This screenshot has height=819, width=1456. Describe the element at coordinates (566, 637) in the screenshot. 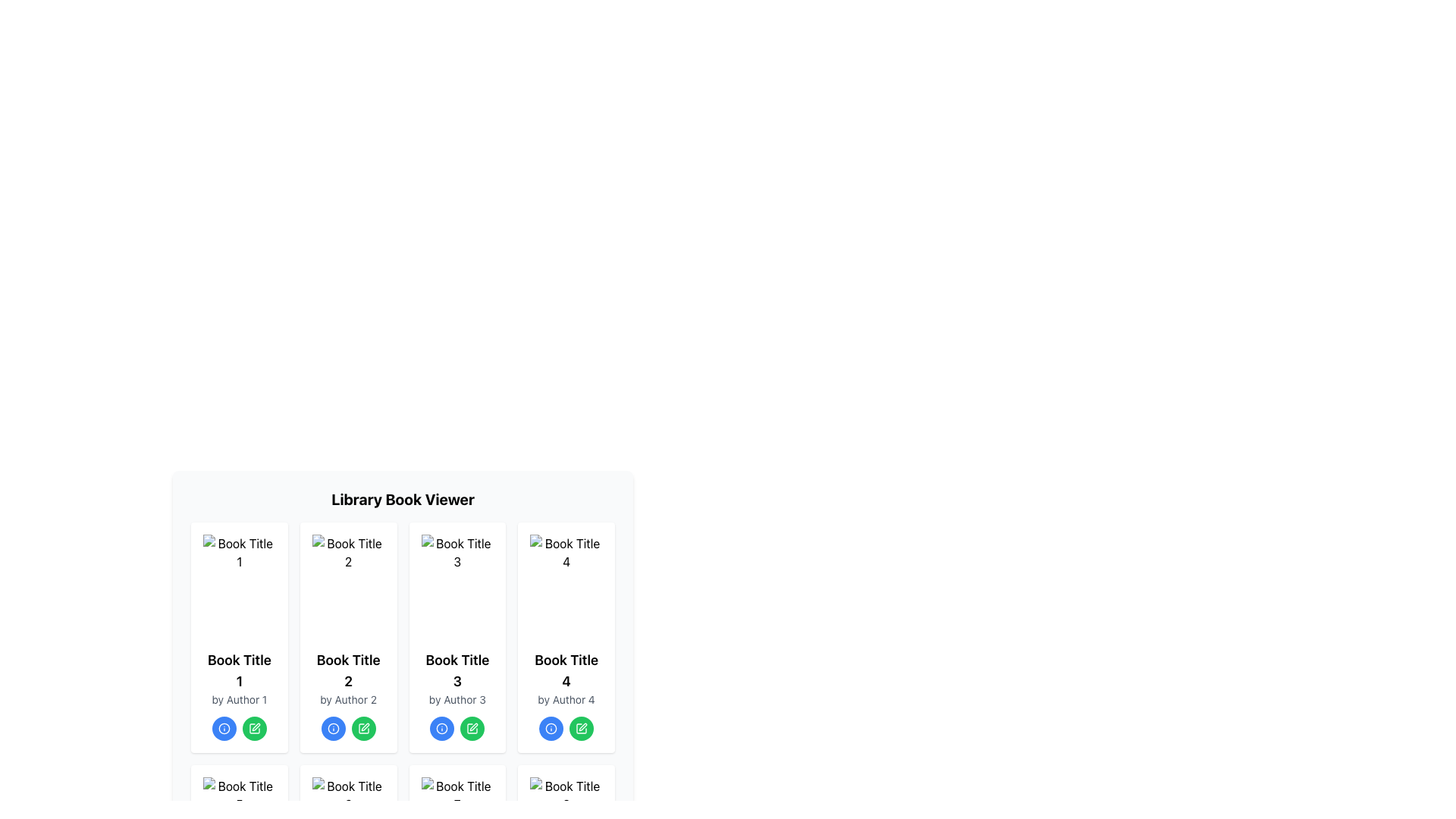

I see `the green edit button located at the bottom right of the Card element displaying information about 'Book Title 4'` at that location.